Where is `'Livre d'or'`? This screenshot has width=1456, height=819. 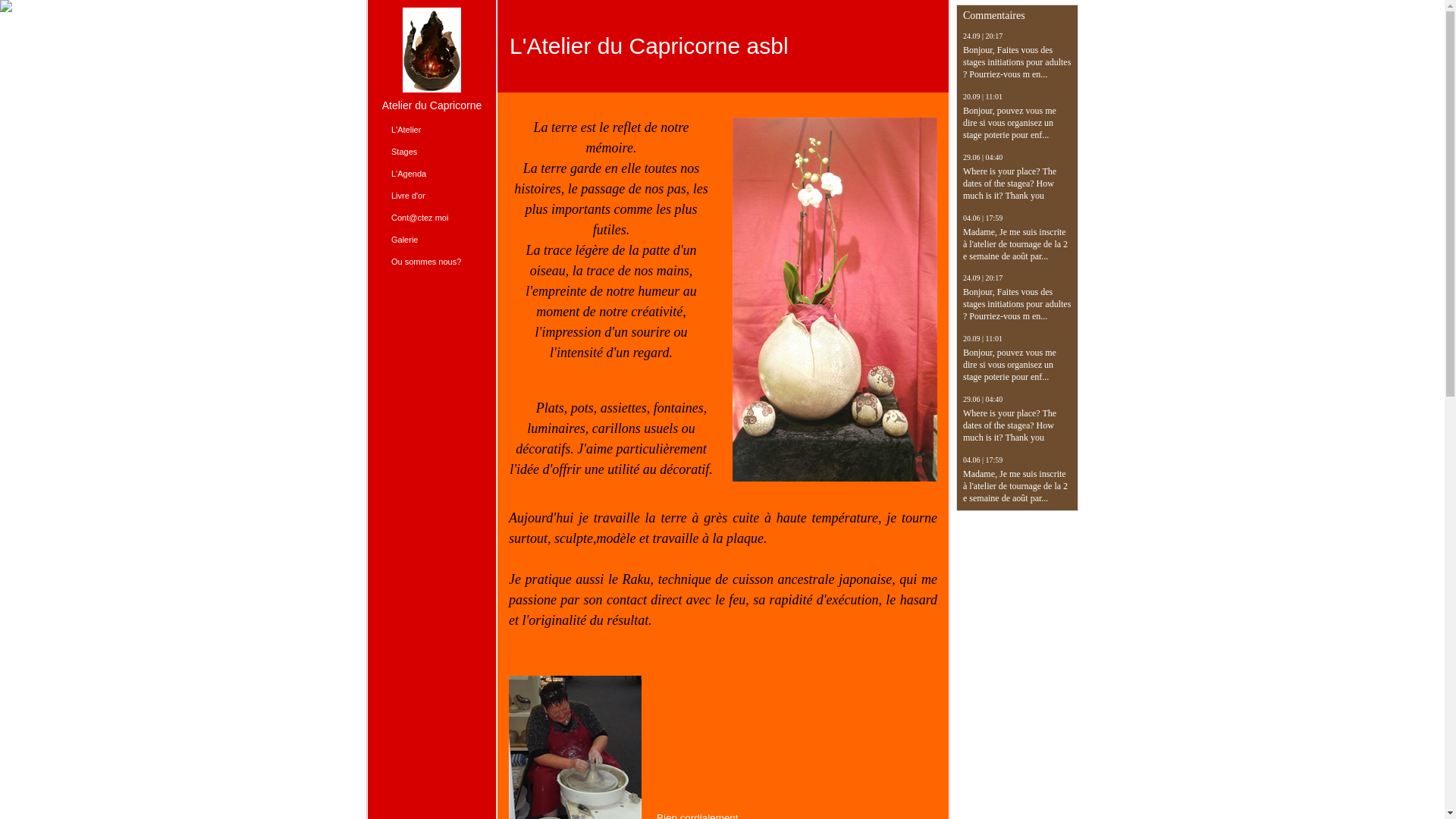 'Livre d'or' is located at coordinates (431, 195).